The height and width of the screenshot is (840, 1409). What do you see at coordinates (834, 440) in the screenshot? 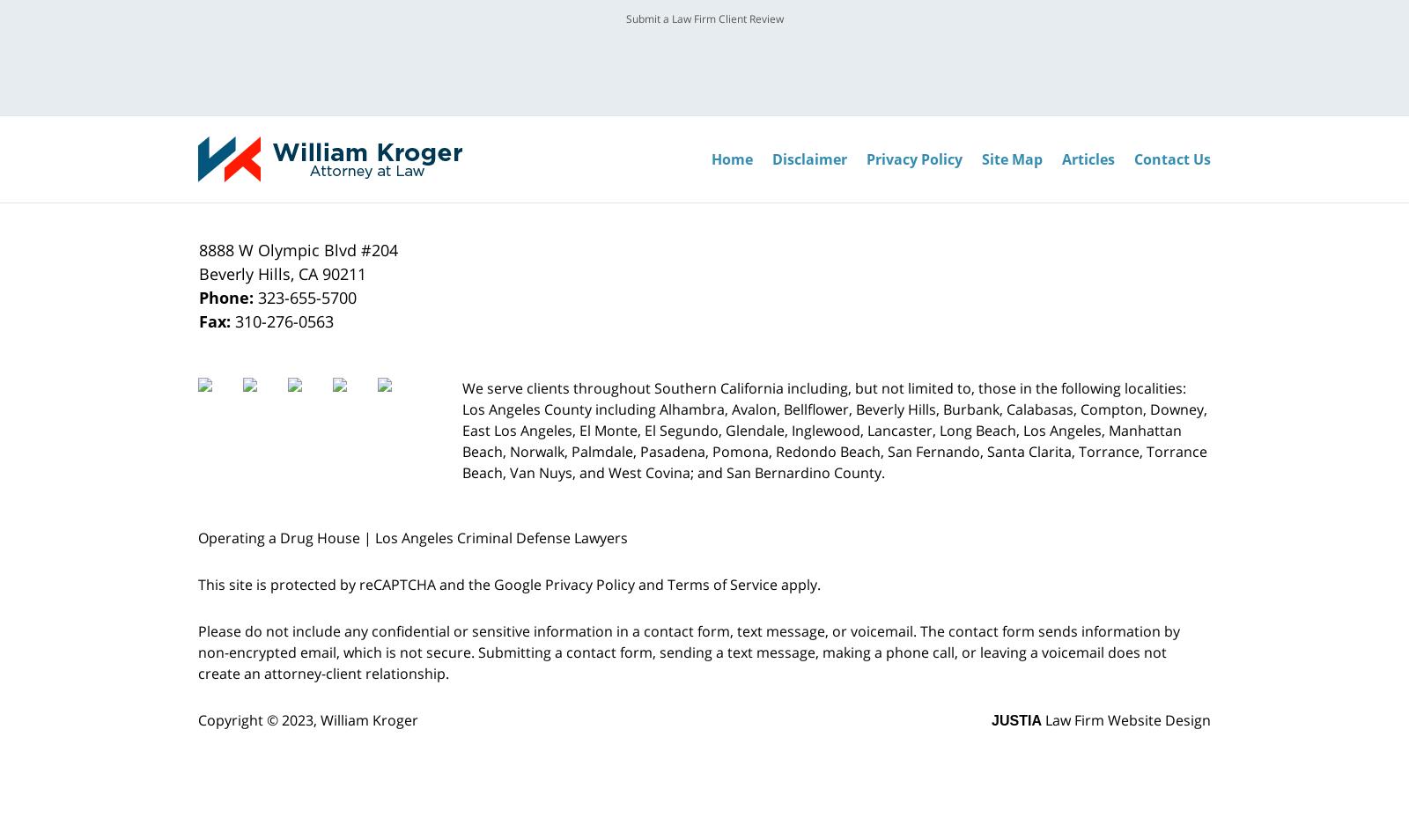
I see `'Los Angeles County including Alhambra, Avalon, Bellflower, Beverly Hills, Burbank, Calabasas, Compton, Downey, East Los Angeles, El Monte, El Segundo, Glendale, Inglewood, Lancaster, Long Beach, Los Angeles, Manhattan Beach, Norwalk, Palmdale, Pasadena, Pomona, Redondo Beach, San Fernando, Santa Clarita, Torrance, Torrance Beach, Van Nuys, and West Covina; and San Bernardino County.'` at bounding box center [834, 440].